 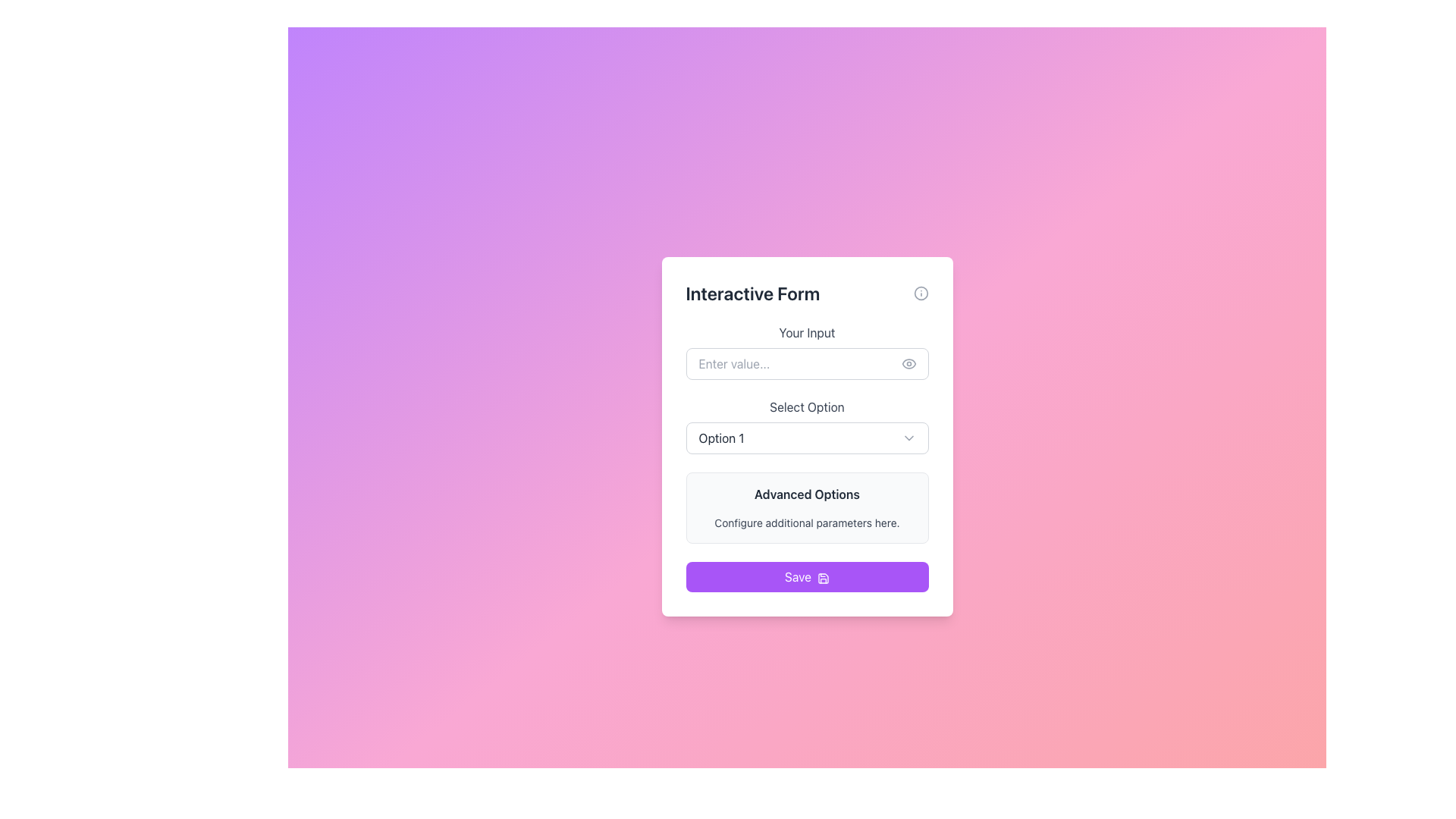 What do you see at coordinates (806, 363) in the screenshot?
I see `the eye icon next` at bounding box center [806, 363].